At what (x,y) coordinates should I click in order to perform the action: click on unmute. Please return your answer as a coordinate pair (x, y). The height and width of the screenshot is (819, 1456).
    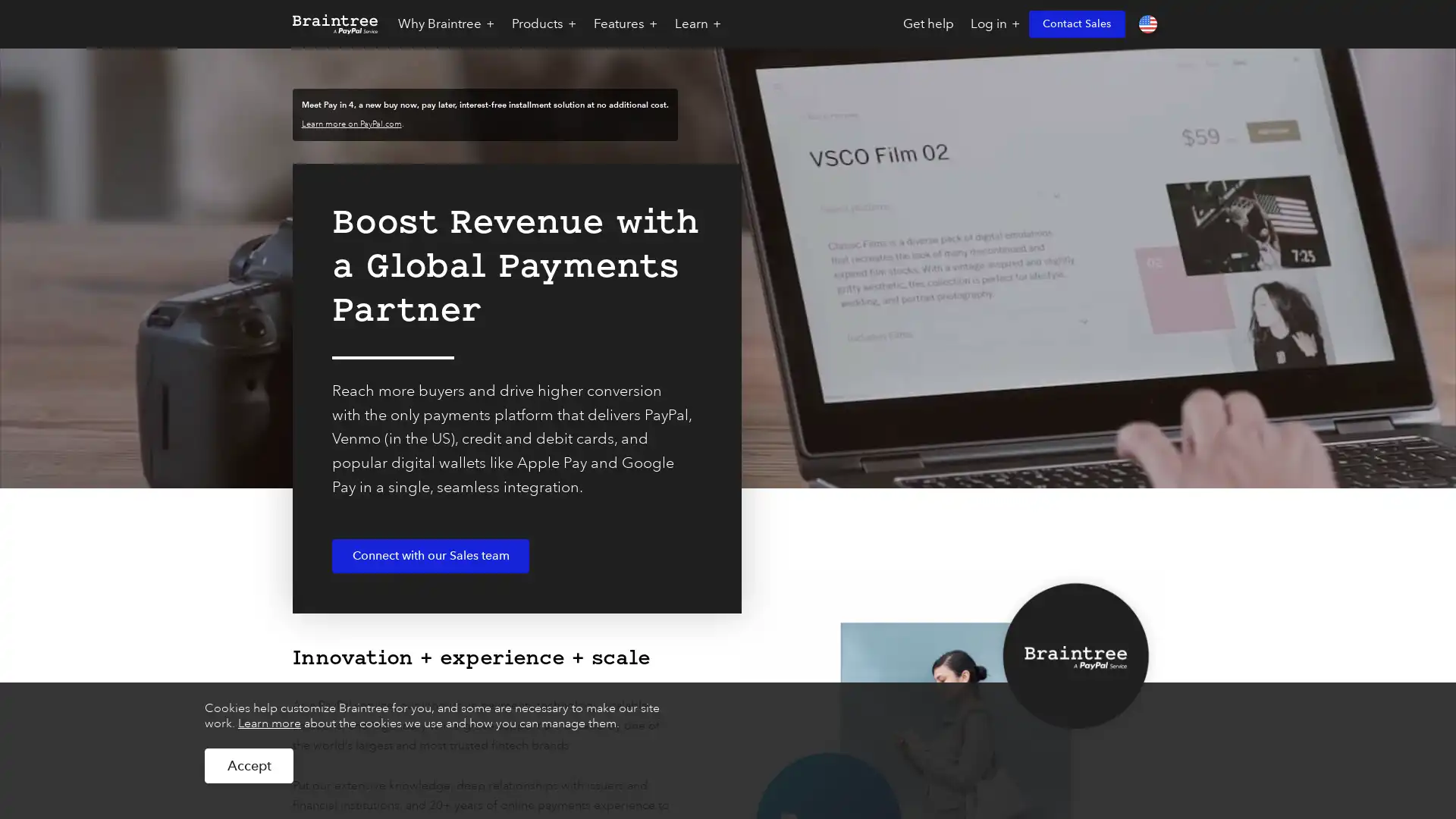
    Looking at the image, I should click on (1321, 610).